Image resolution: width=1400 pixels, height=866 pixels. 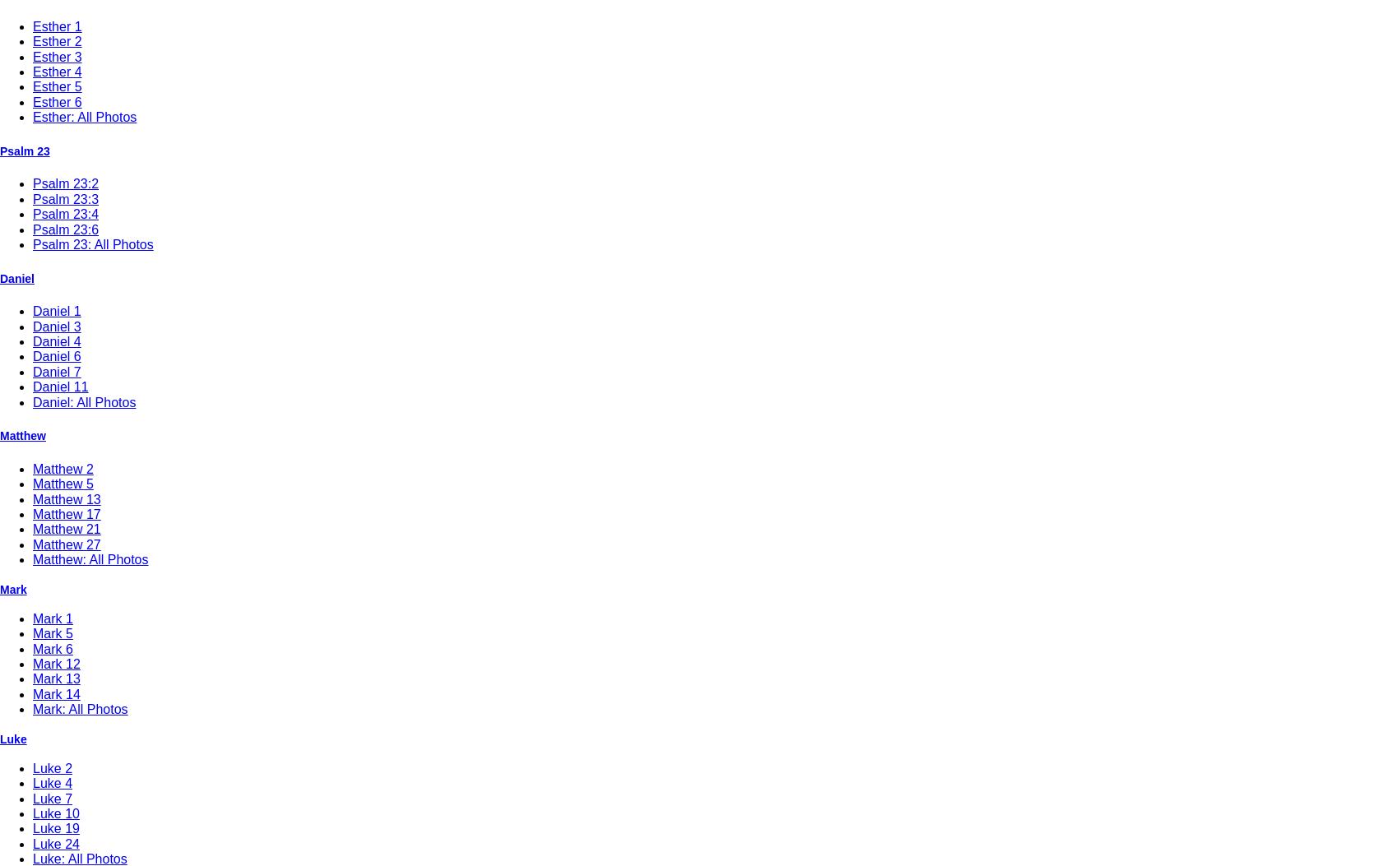 I want to click on 'Psalm 23', so click(x=24, y=150).